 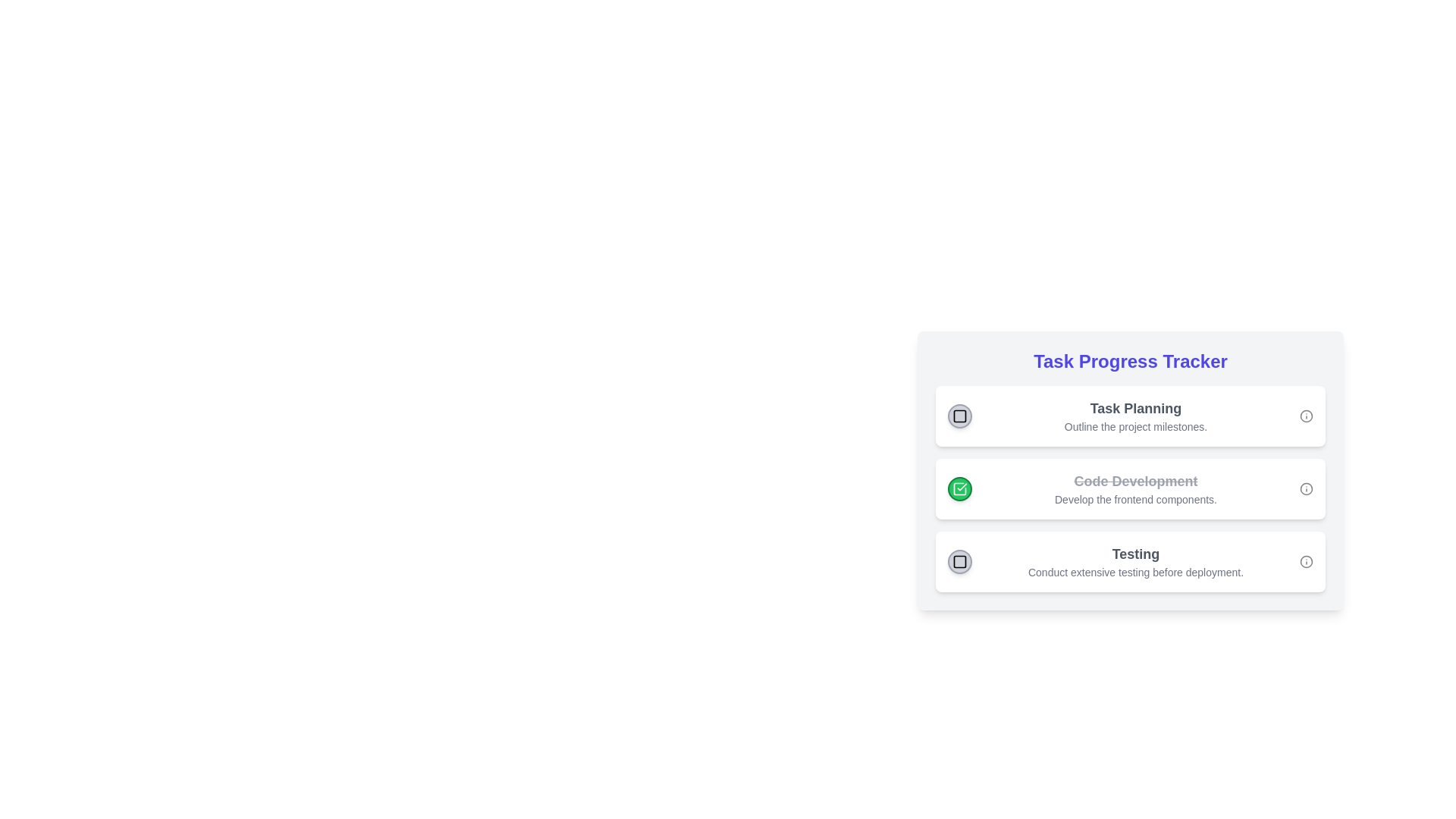 I want to click on the Textual Information Display that contains the title 'Testing' and the description 'Conduct extensive testing before deployment.', so click(x=1135, y=561).